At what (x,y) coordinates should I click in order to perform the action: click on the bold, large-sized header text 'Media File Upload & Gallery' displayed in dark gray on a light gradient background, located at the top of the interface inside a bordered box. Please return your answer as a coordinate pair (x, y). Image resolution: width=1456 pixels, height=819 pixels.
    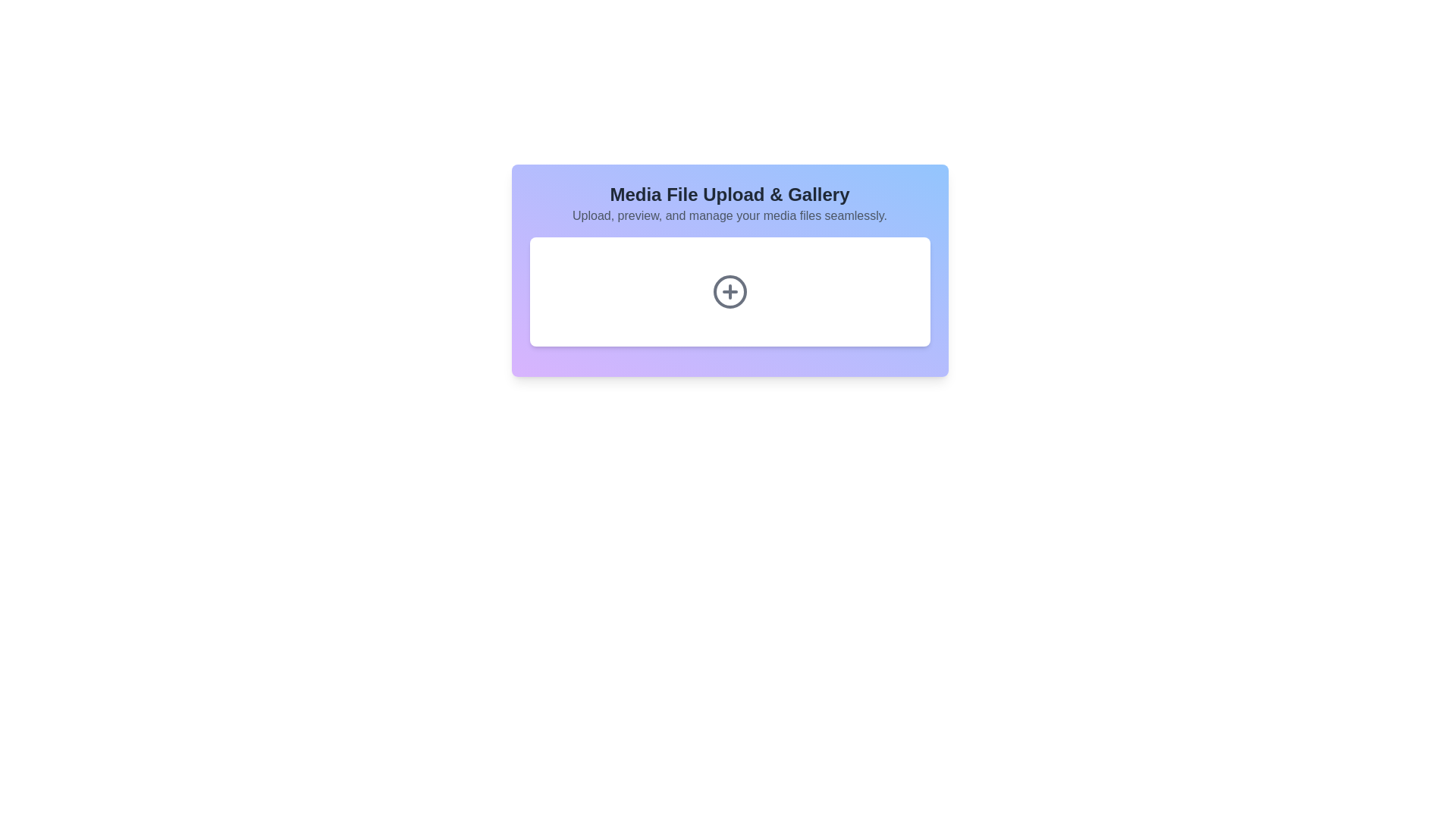
    Looking at the image, I should click on (730, 194).